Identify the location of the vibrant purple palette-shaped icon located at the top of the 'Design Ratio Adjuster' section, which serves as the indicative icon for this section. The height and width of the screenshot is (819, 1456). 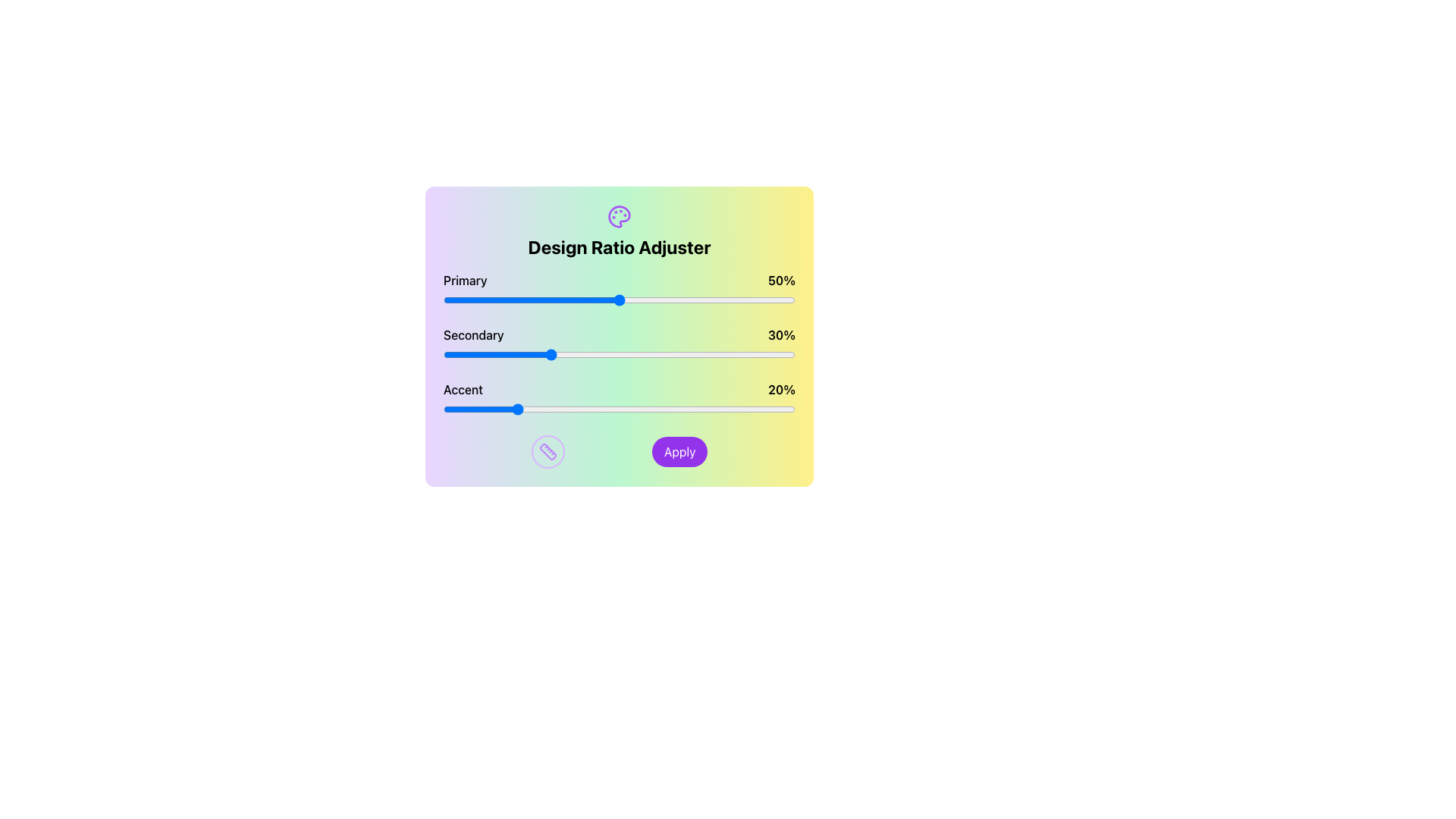
(619, 216).